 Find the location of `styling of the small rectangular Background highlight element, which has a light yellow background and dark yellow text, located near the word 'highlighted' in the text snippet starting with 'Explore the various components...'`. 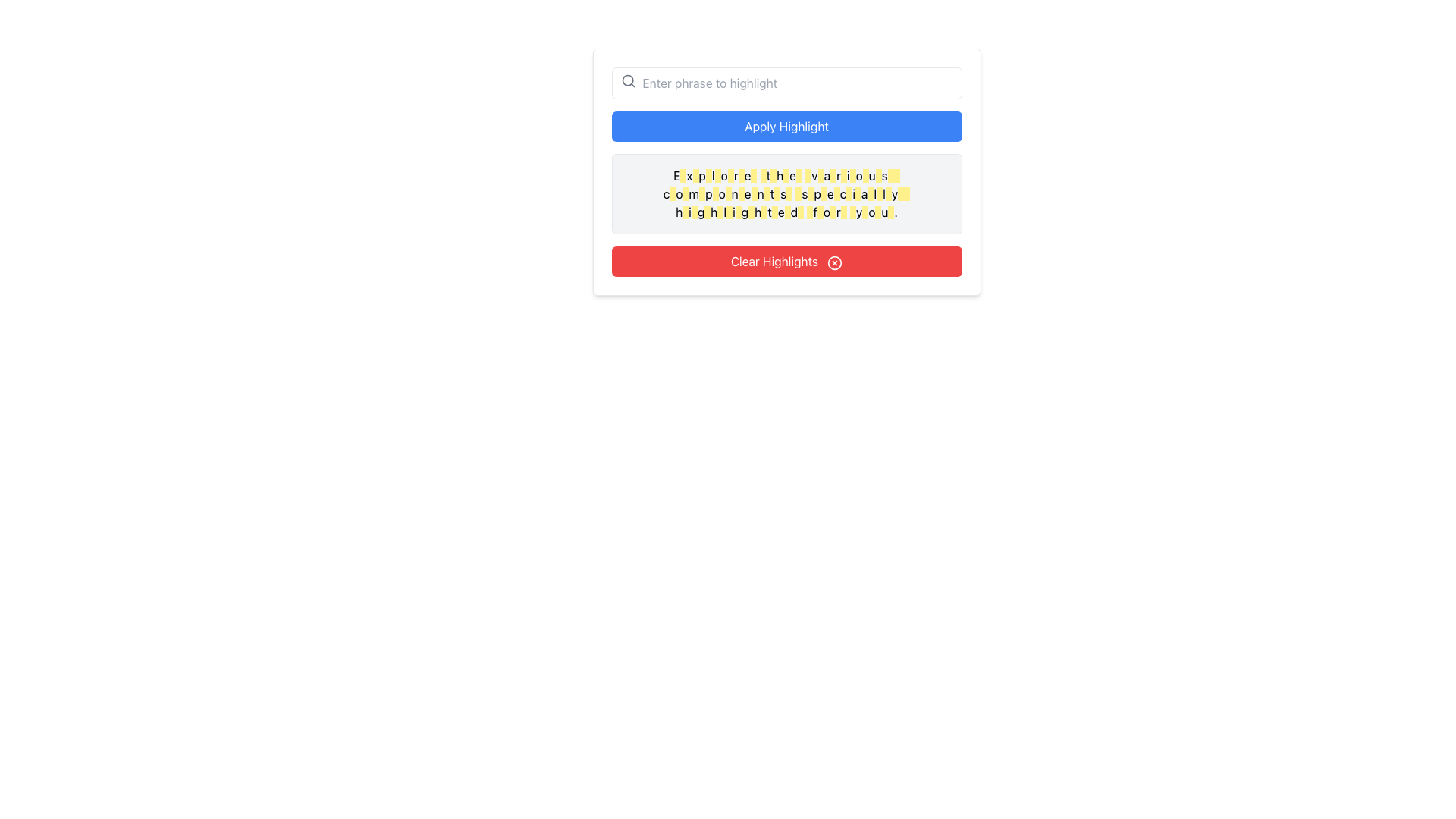

styling of the small rectangular Background highlight element, which has a light yellow background and dark yellow text, located near the word 'highlighted' in the text snippet starting with 'Explore the various components...' is located at coordinates (730, 212).